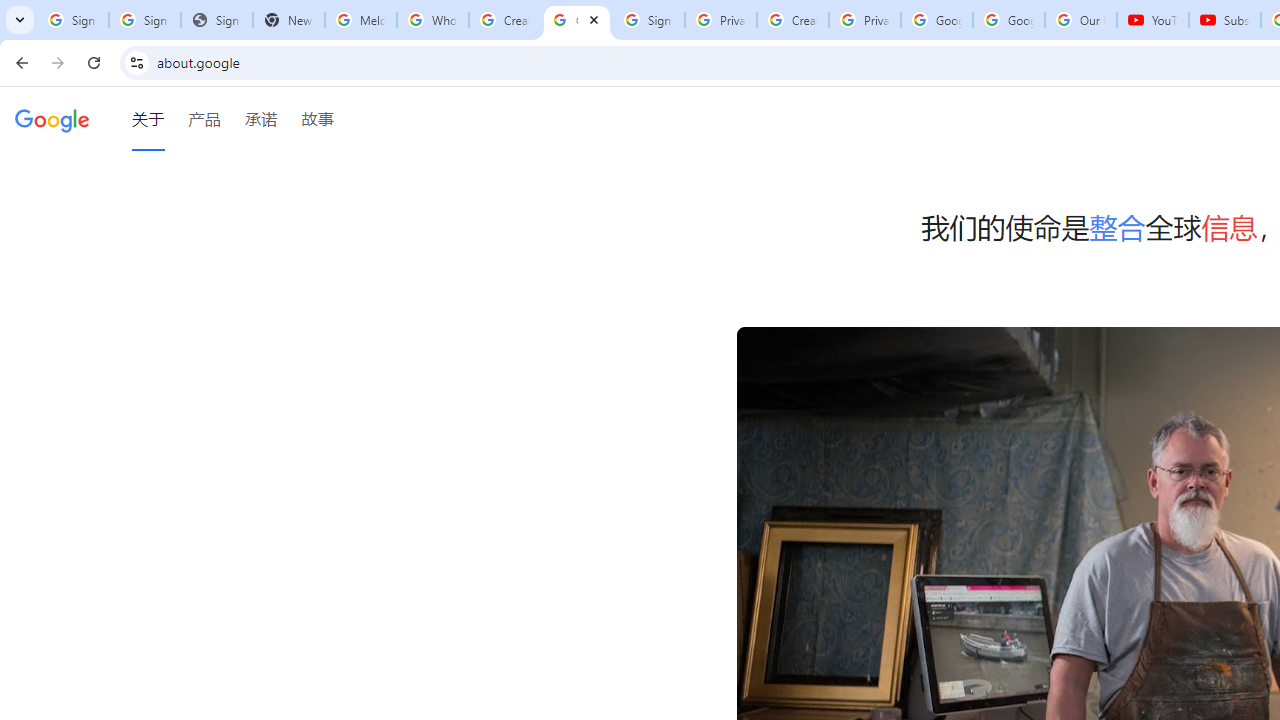  What do you see at coordinates (216, 20) in the screenshot?
I see `'Sign In - USA TODAY'` at bounding box center [216, 20].